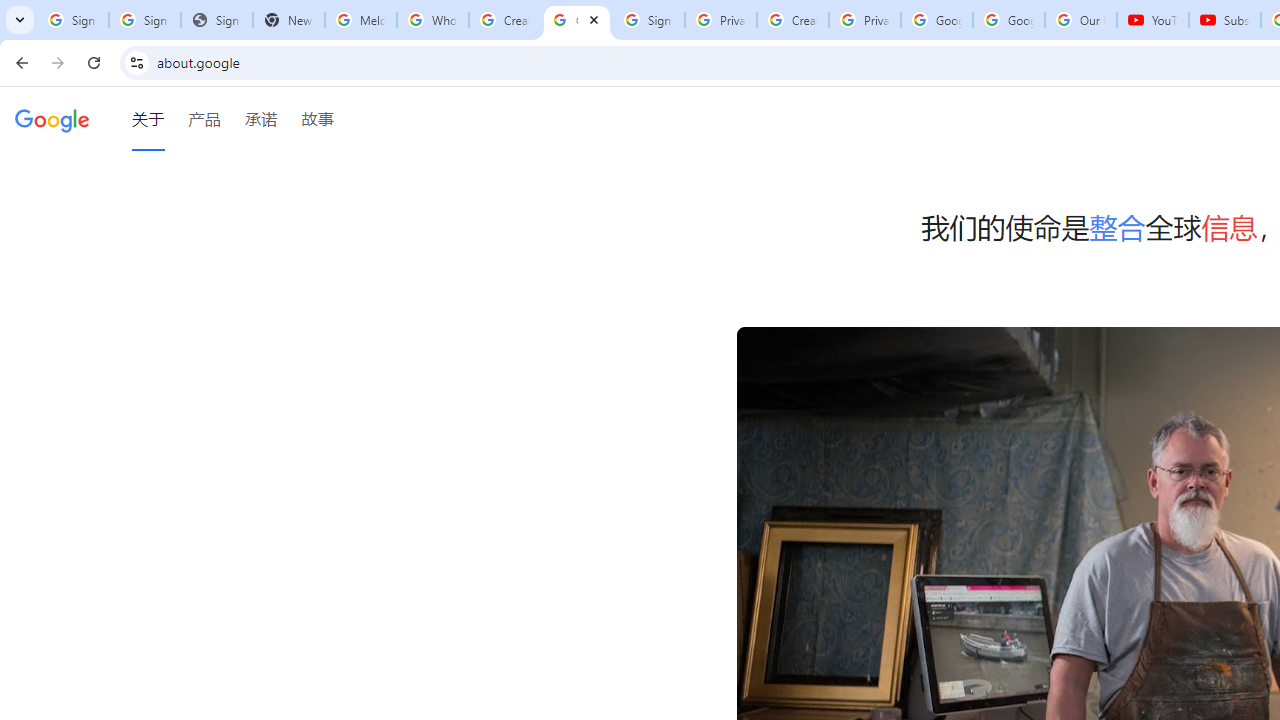  What do you see at coordinates (216, 20) in the screenshot?
I see `'Sign In - USA TODAY'` at bounding box center [216, 20].